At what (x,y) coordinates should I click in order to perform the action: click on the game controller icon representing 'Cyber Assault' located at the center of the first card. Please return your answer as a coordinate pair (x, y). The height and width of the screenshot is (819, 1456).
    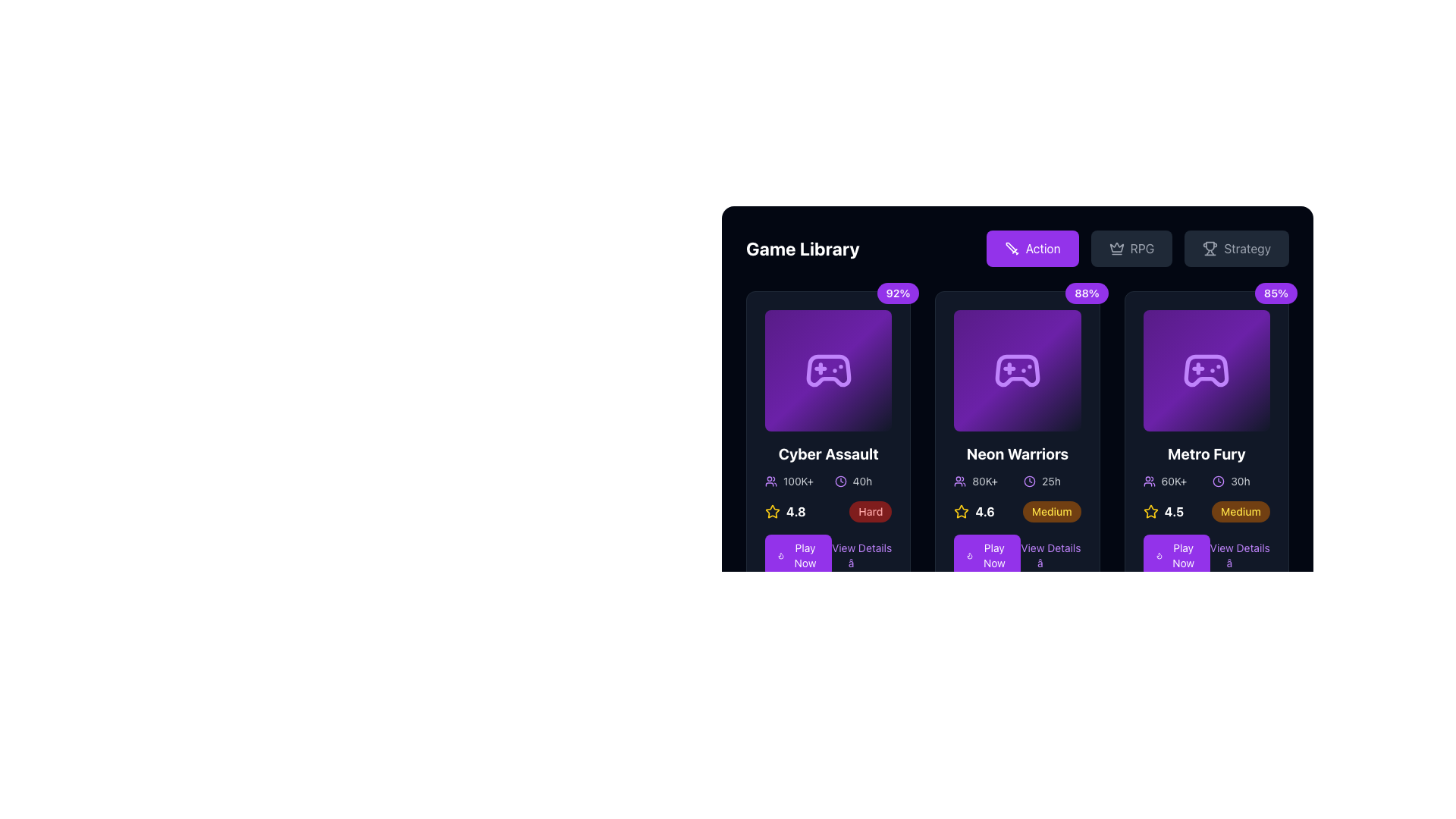
    Looking at the image, I should click on (827, 371).